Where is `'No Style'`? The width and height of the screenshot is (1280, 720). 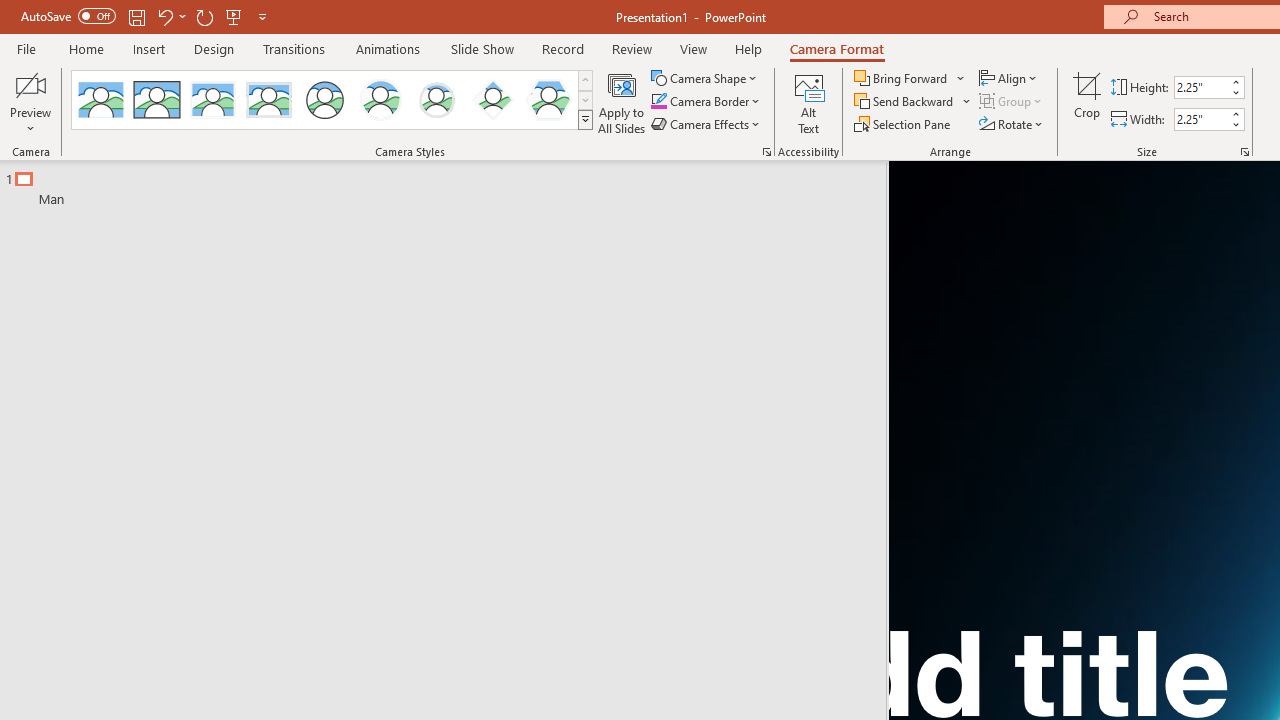 'No Style' is located at coordinates (100, 100).